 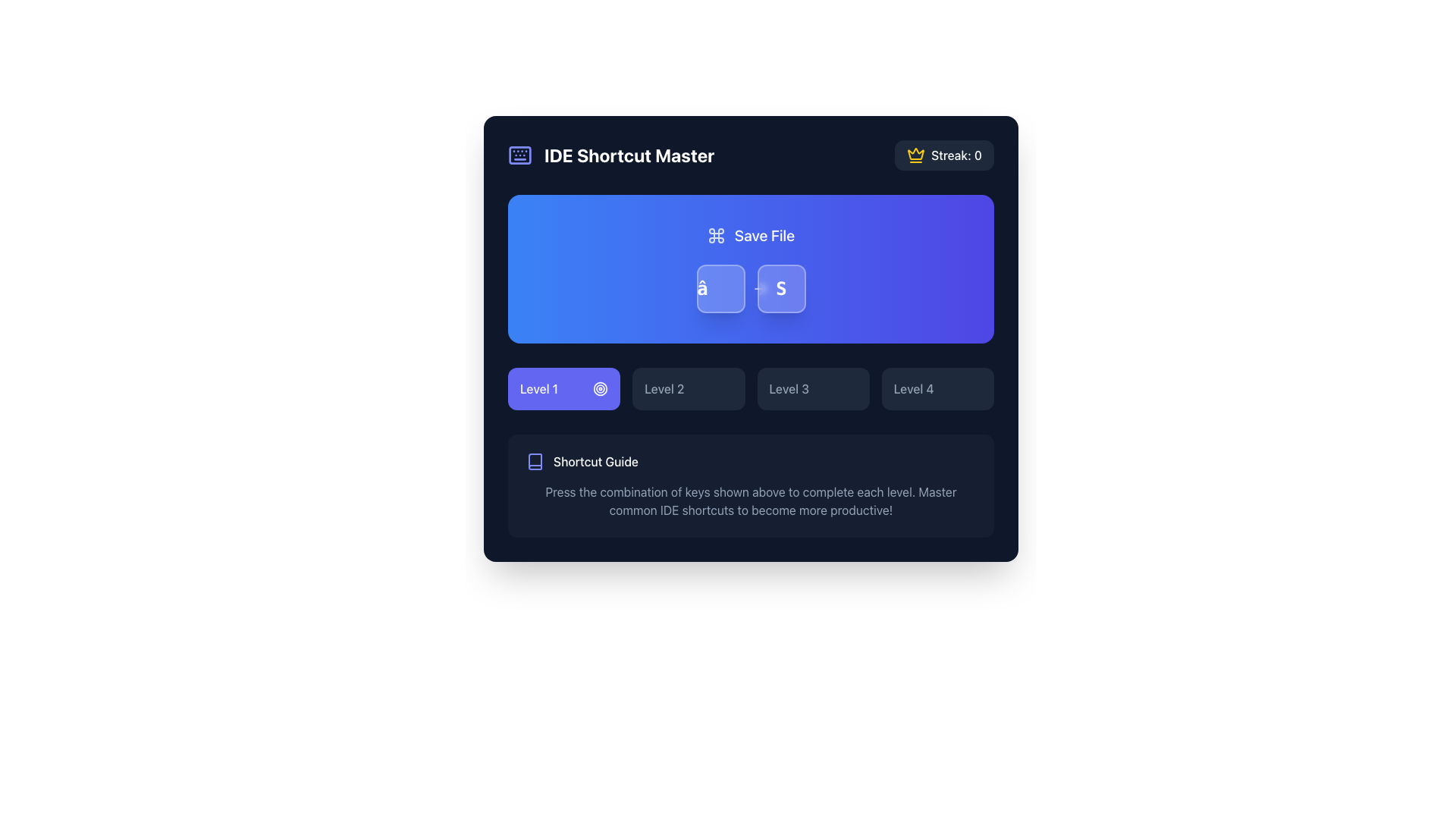 What do you see at coordinates (751, 485) in the screenshot?
I see `the informational section that guides users on utilizing keyboard shortcuts, located near the bottom center of the interface beneath the level buttons` at bounding box center [751, 485].